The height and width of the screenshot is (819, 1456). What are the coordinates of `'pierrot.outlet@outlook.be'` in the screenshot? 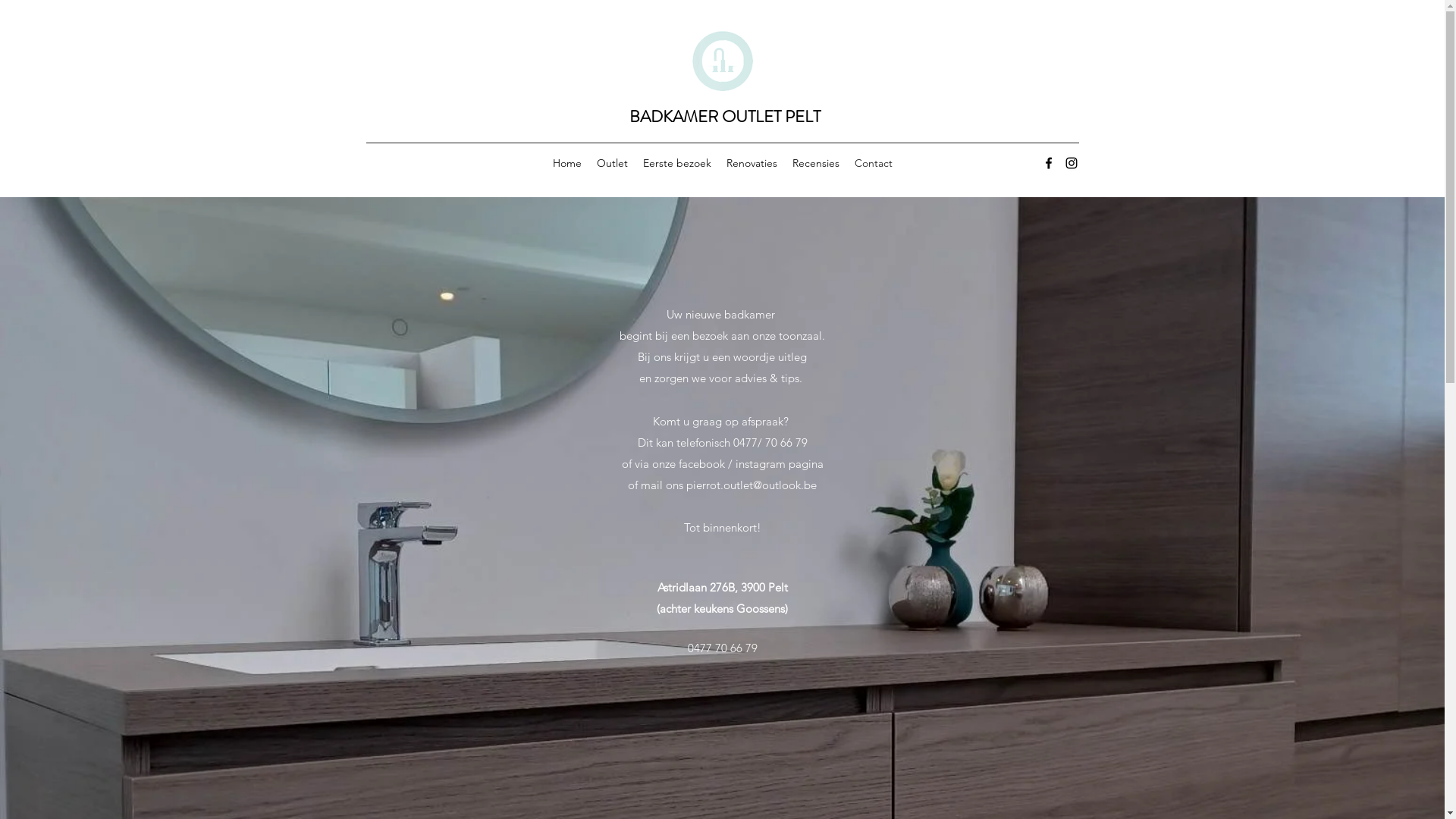 It's located at (751, 485).